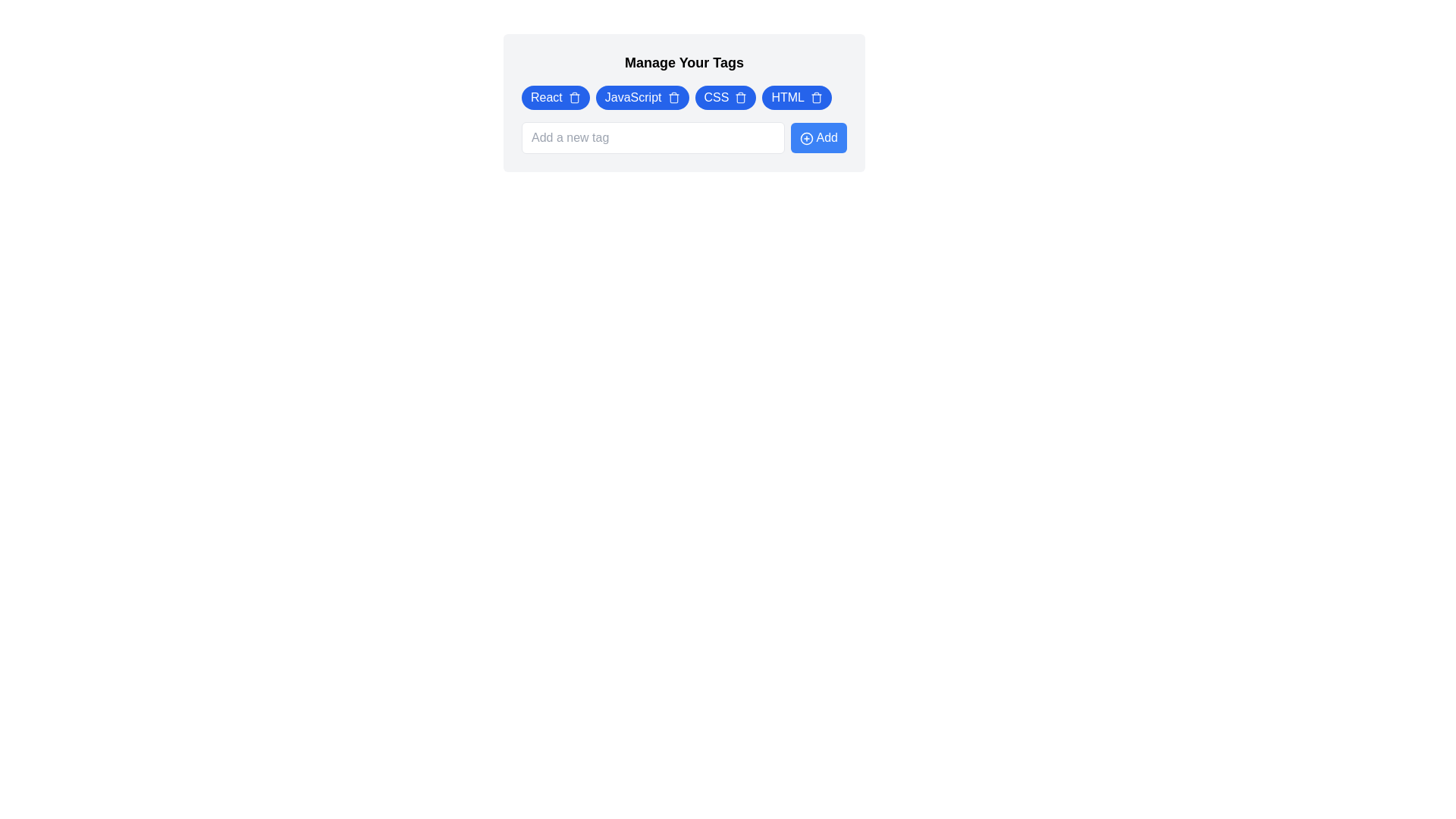 The image size is (1456, 819). Describe the element at coordinates (806, 138) in the screenshot. I see `the decorative central circular stroke of the icon representing an action to add or include something related to tags, located to the right of the 'Add' button in the 'Manage Your Tags' interface` at that location.